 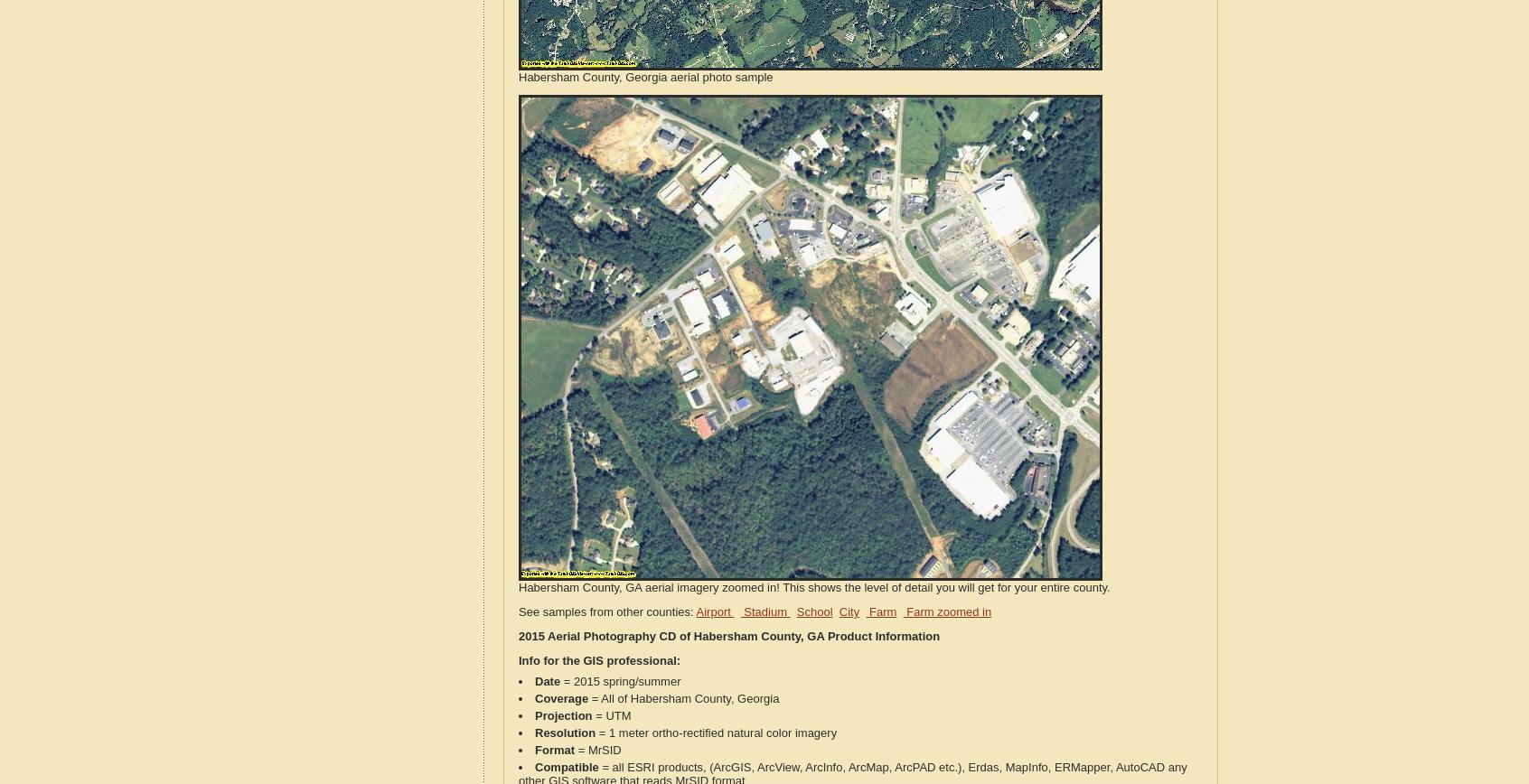 What do you see at coordinates (795, 611) in the screenshot?
I see `'School'` at bounding box center [795, 611].